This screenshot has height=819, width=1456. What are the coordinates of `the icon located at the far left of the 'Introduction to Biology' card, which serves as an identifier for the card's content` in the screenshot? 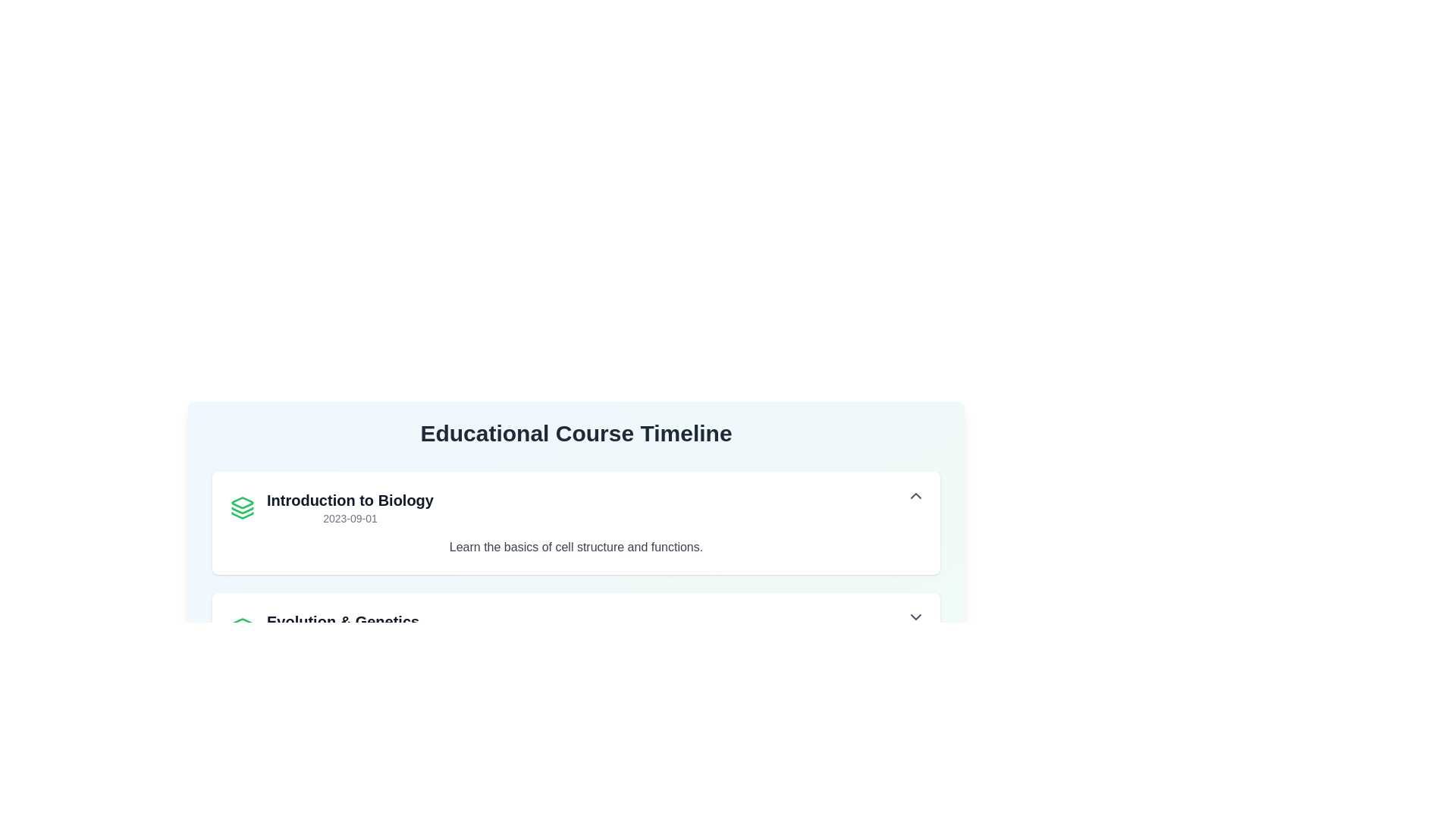 It's located at (243, 508).